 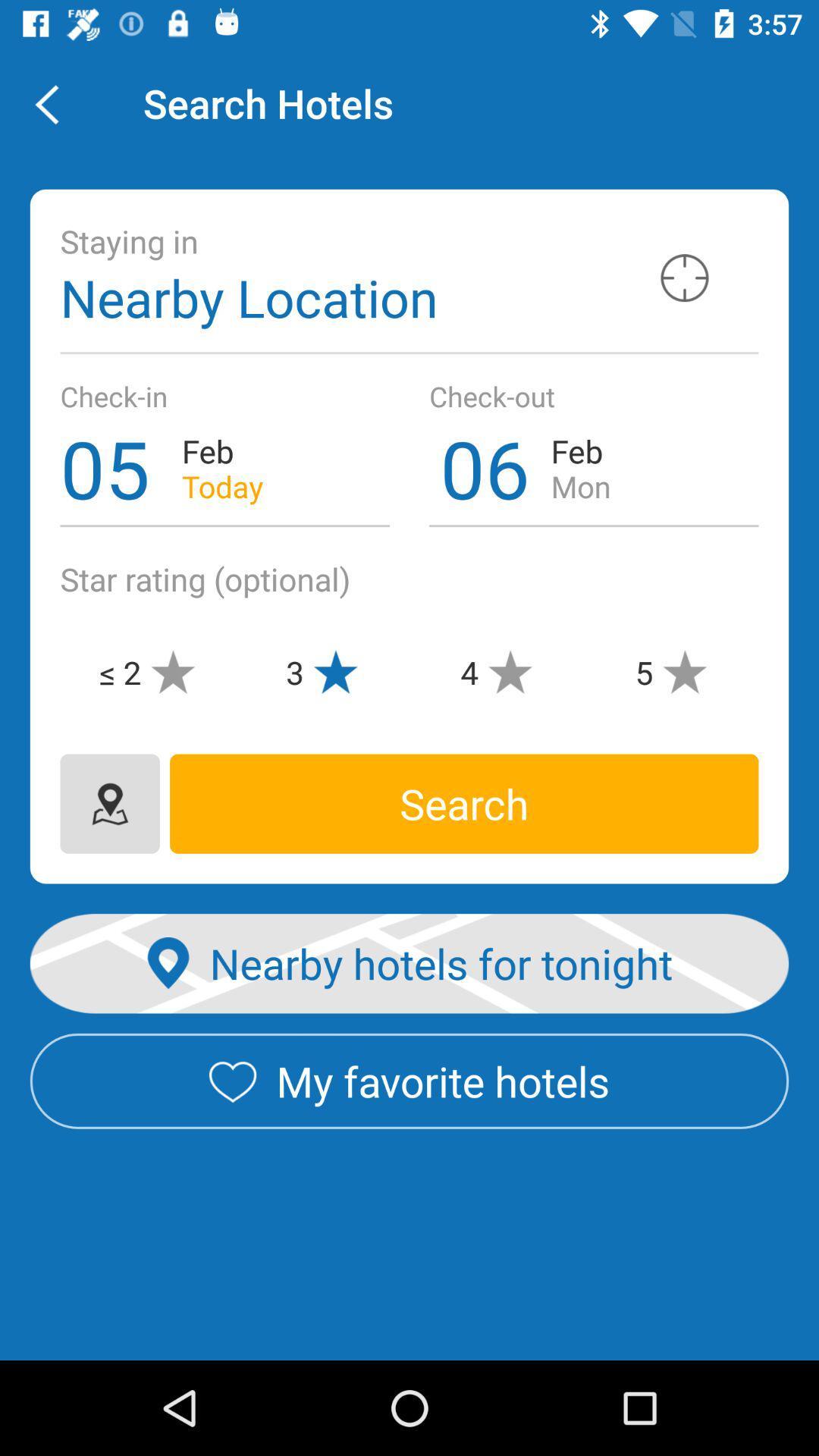 I want to click on press the target, so click(x=684, y=278).